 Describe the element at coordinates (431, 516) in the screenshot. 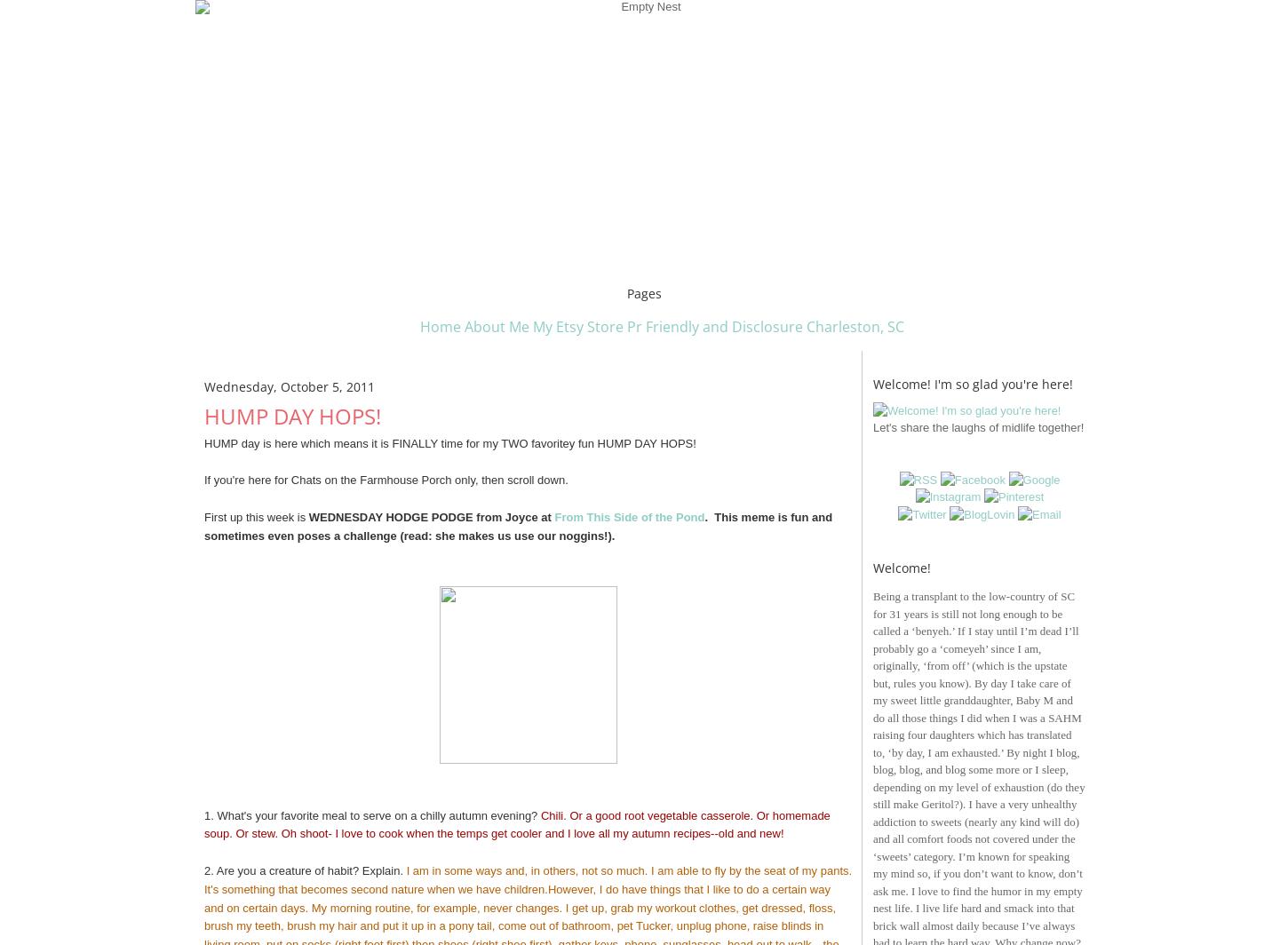

I see `'WEDNESDAY HODGE PODGE from Joyce at'` at that location.